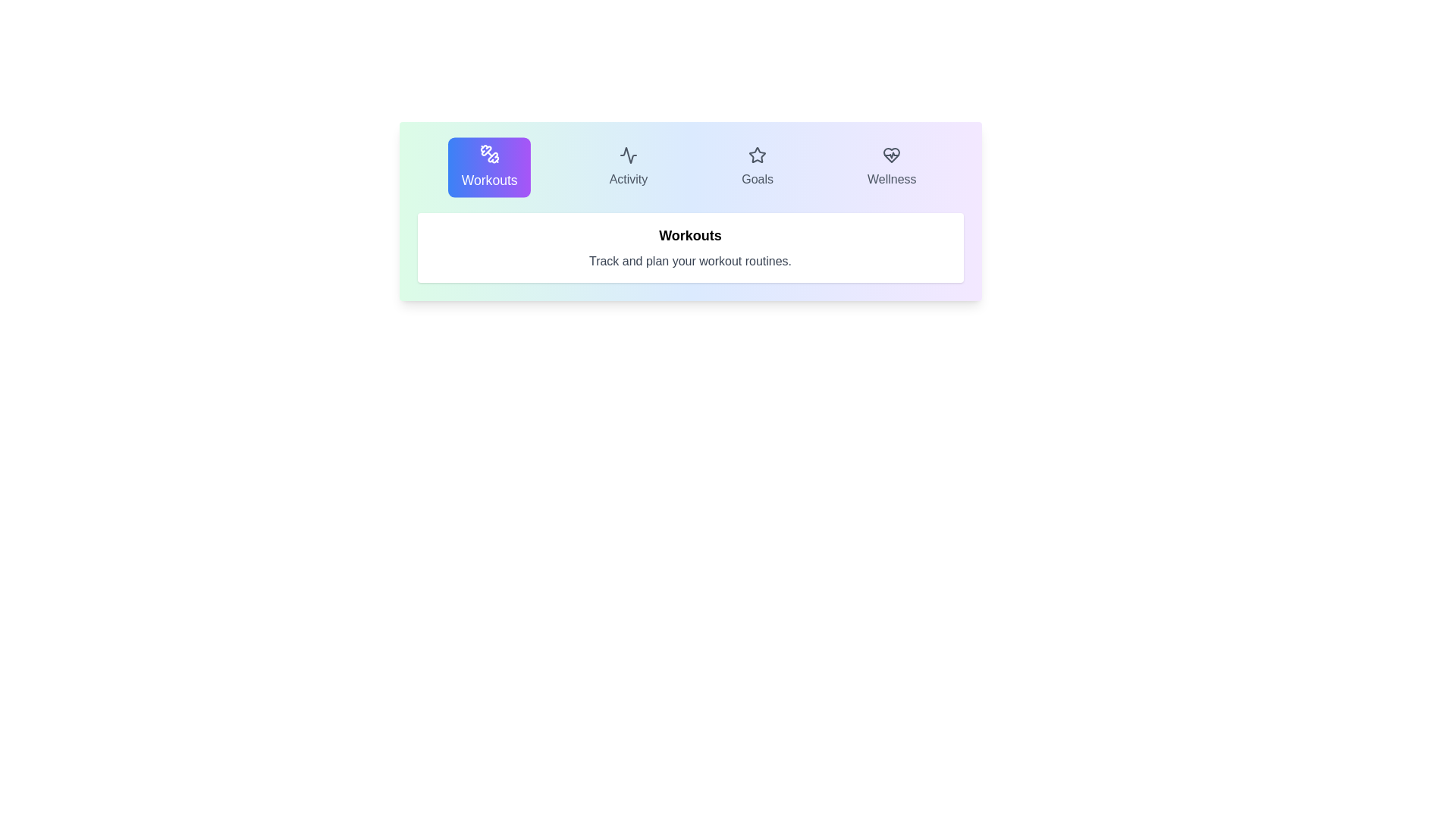  What do you see at coordinates (490, 180) in the screenshot?
I see `the 'Workouts' text label located within the 'Workouts' button` at bounding box center [490, 180].